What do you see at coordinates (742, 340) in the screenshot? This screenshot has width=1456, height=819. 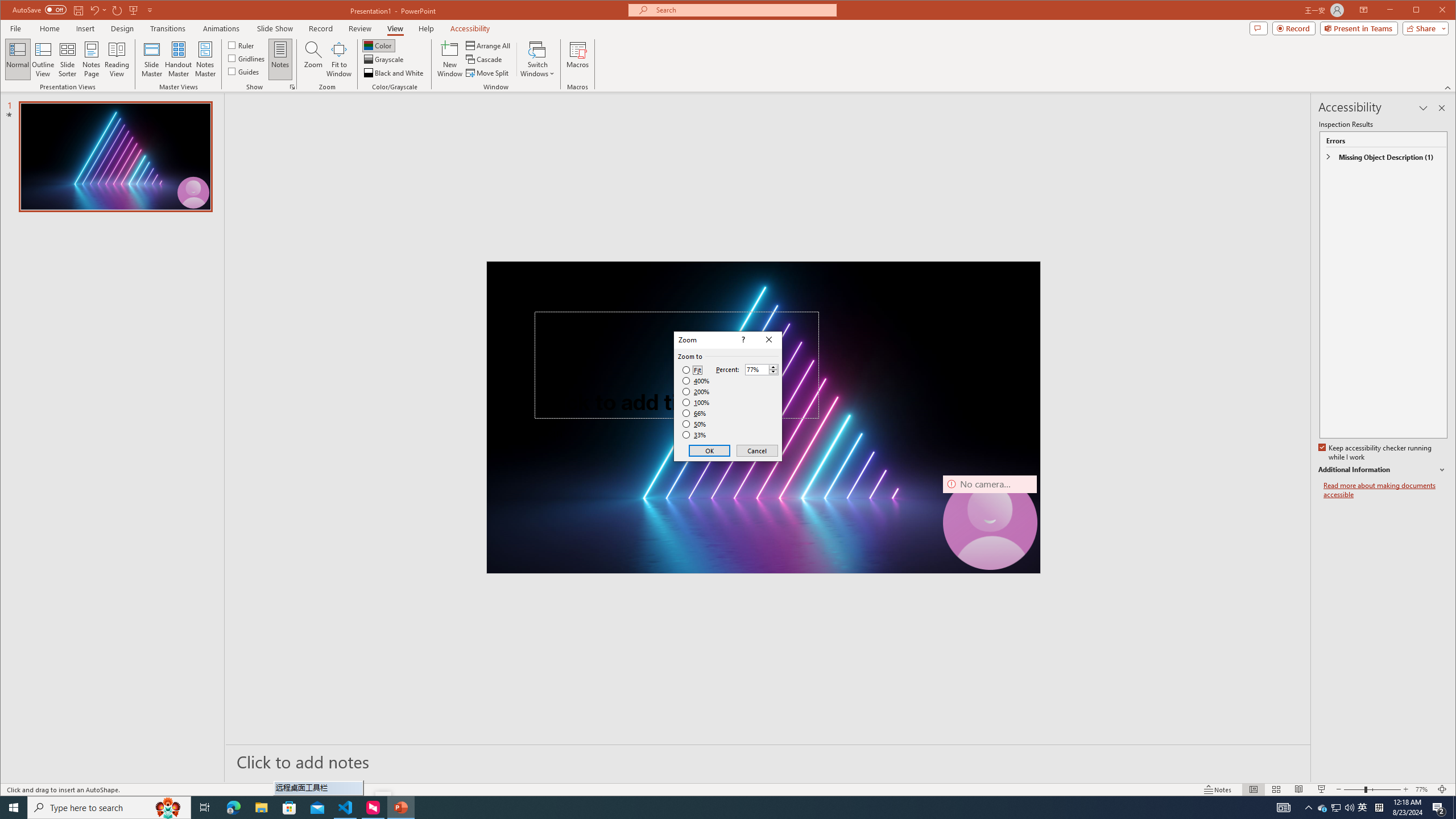 I see `'Context help'` at bounding box center [742, 340].